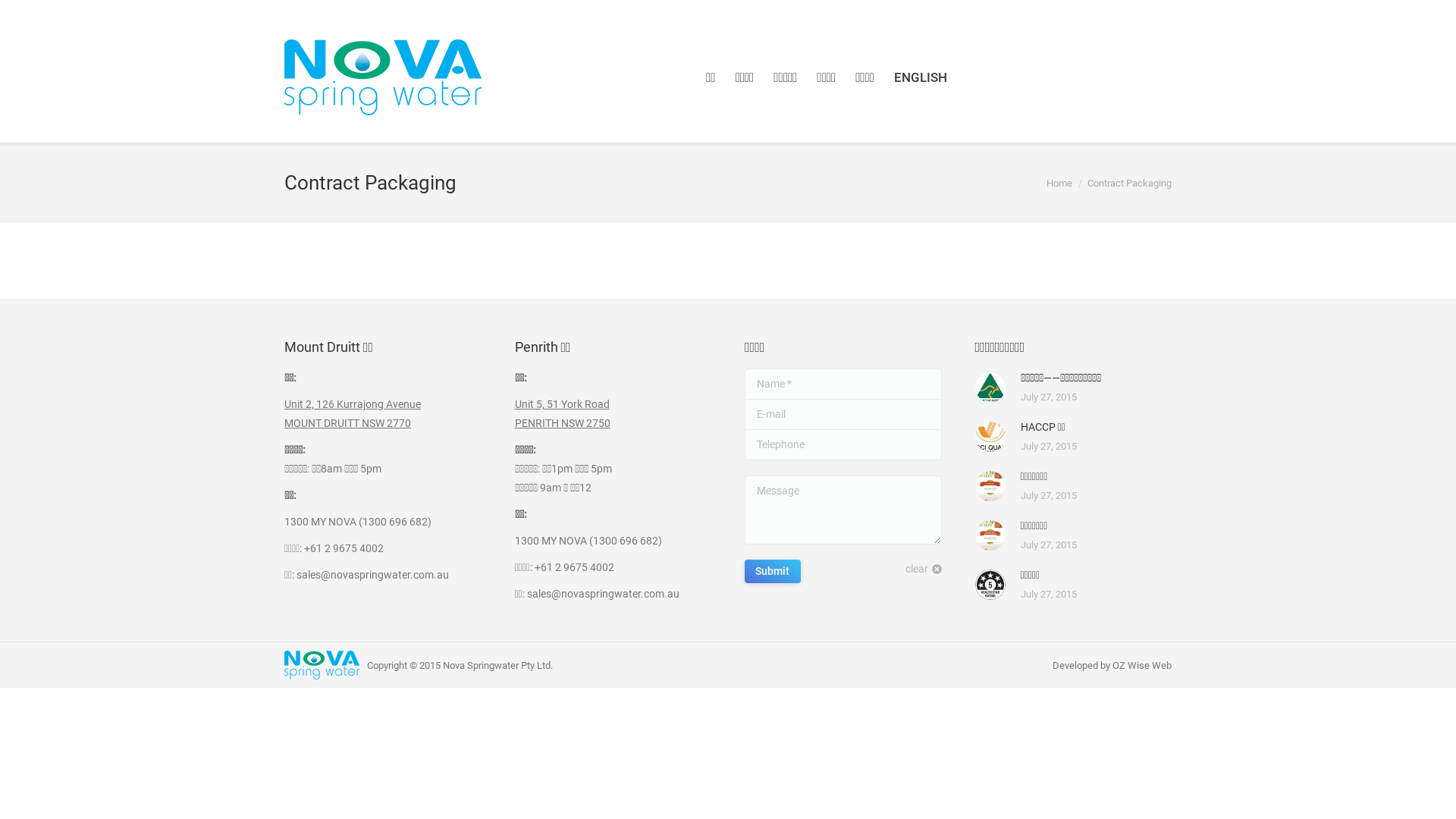 The image size is (1456, 819). I want to click on 'PENRITH NSW 2750', so click(560, 423).